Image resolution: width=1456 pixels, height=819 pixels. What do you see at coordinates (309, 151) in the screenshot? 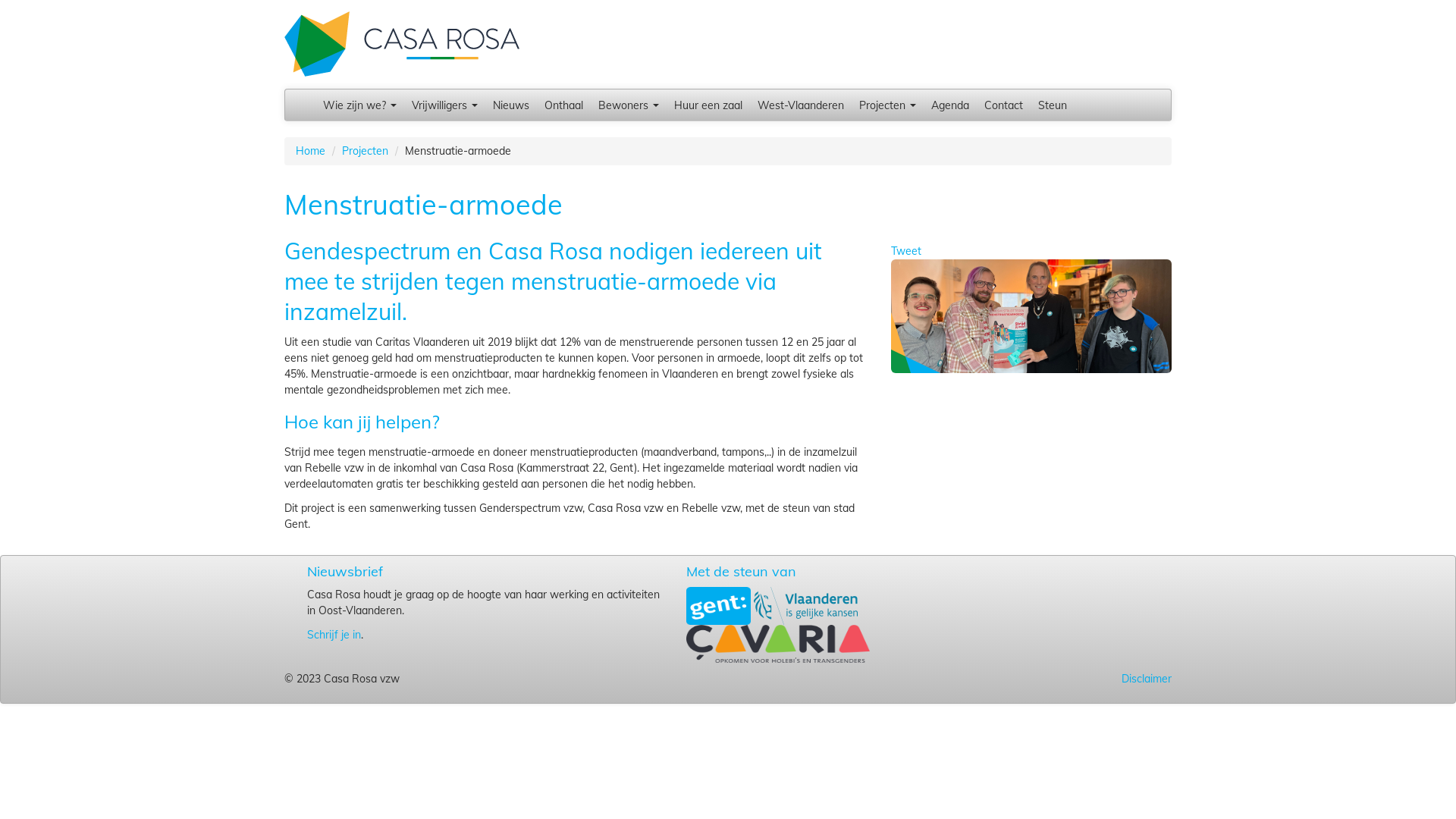
I see `'Home'` at bounding box center [309, 151].